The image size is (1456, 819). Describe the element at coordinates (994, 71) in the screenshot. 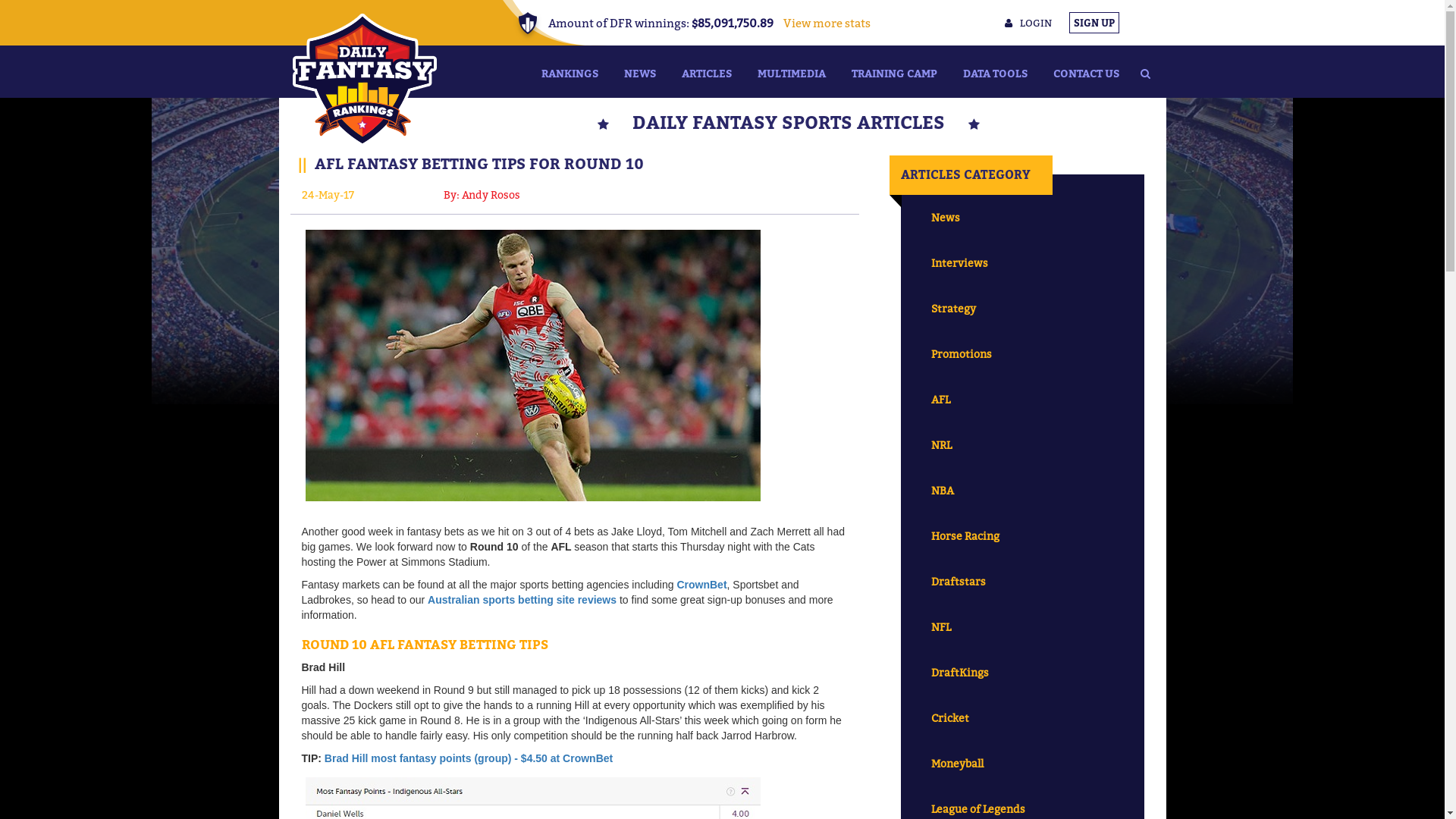

I see `'DATA TOOLS'` at that location.